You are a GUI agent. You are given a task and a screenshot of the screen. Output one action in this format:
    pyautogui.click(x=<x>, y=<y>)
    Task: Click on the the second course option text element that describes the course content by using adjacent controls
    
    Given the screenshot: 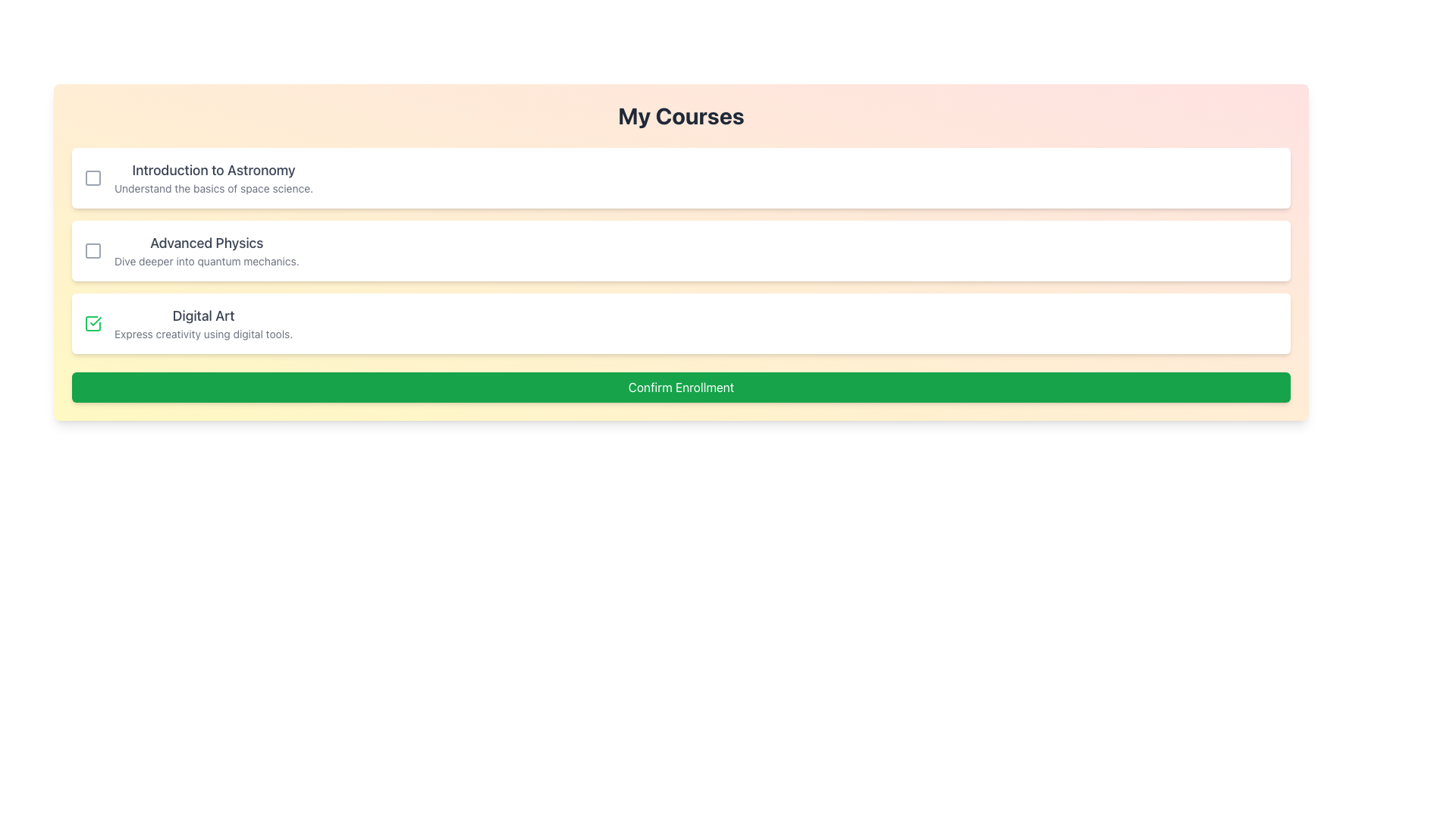 What is the action you would take?
    pyautogui.click(x=206, y=250)
    